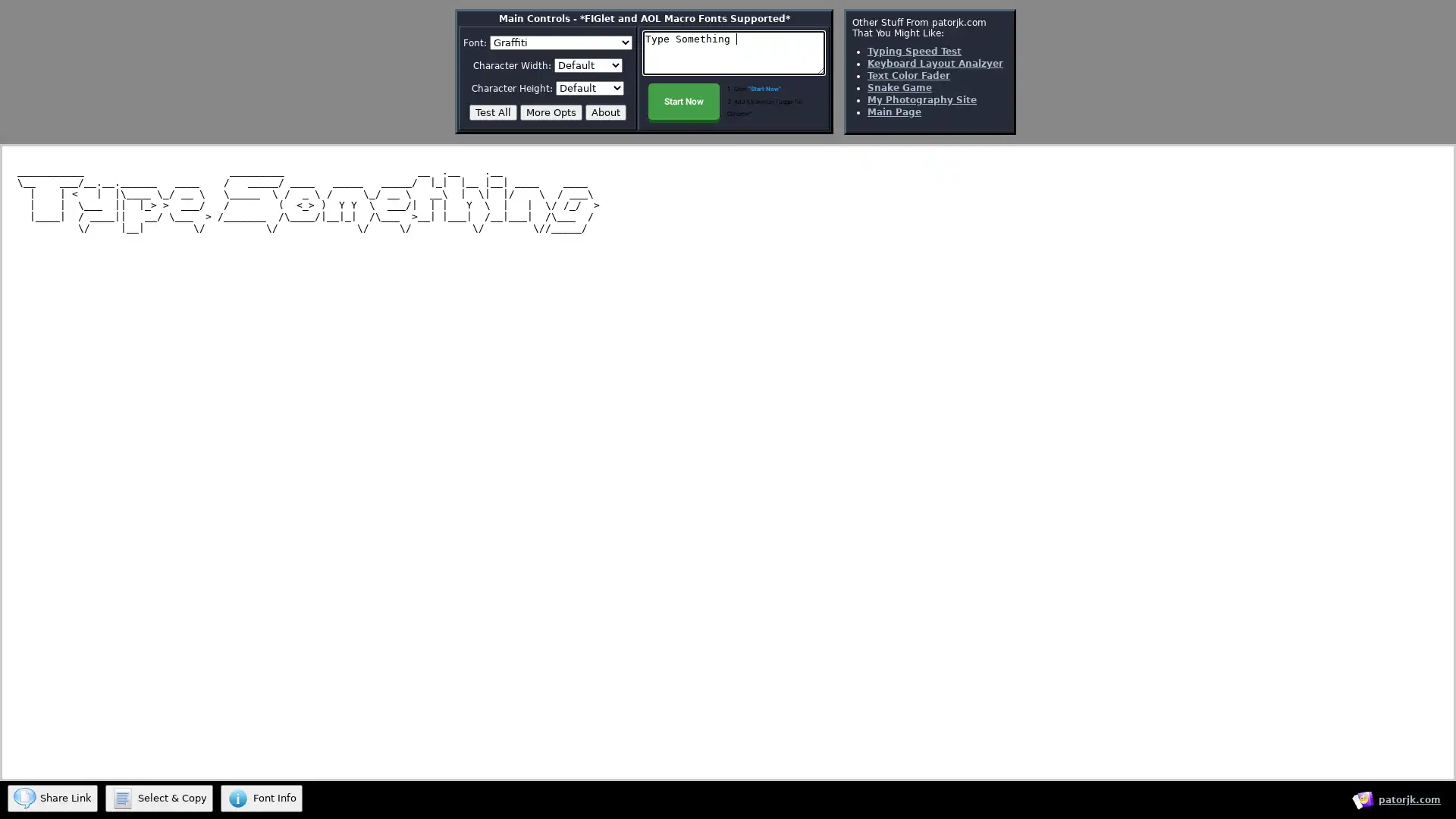  What do you see at coordinates (550, 111) in the screenshot?
I see `More Opts` at bounding box center [550, 111].